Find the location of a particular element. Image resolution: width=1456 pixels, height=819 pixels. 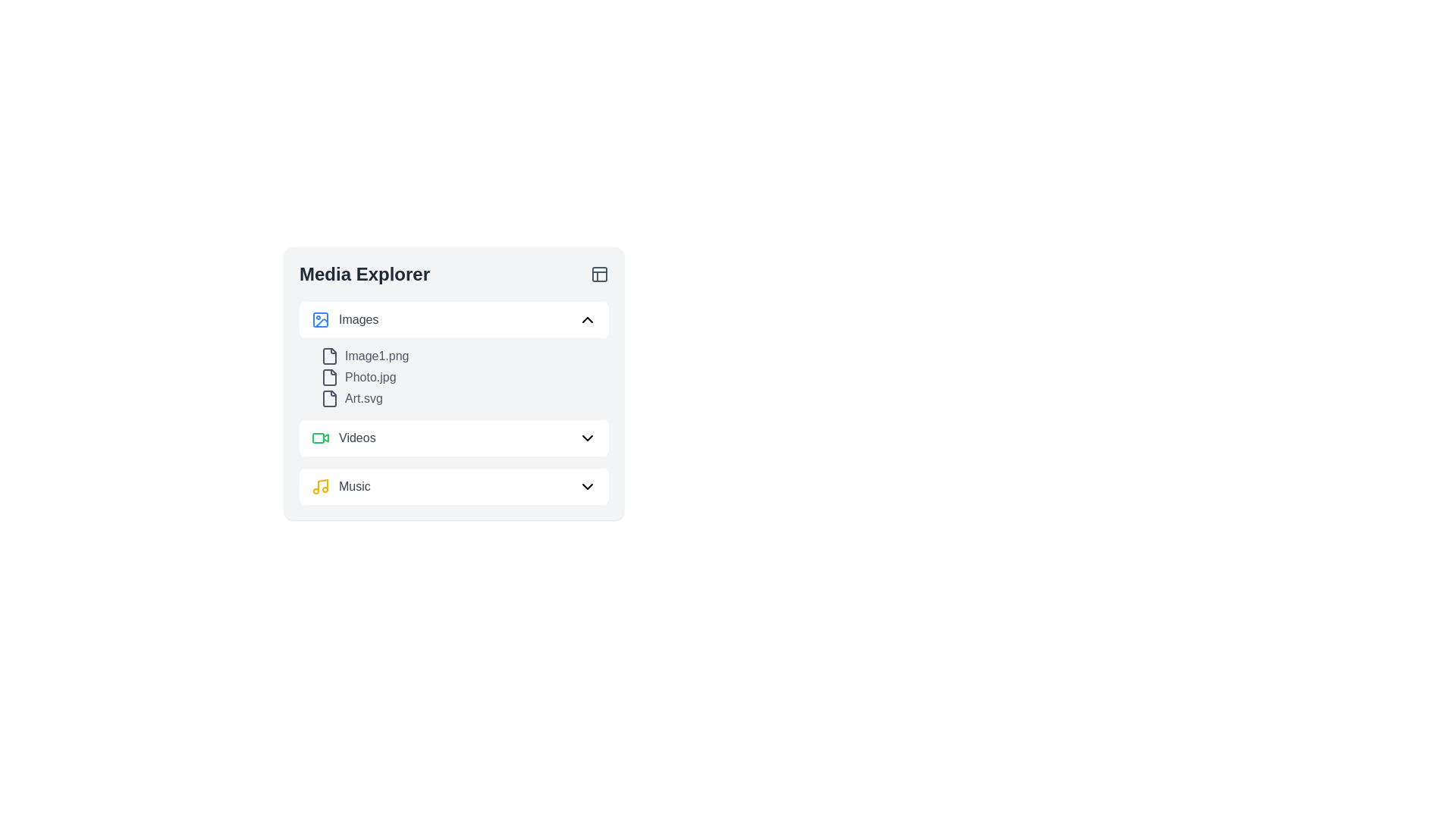

to select the file list item representing 'Image1.png' located in the 'Media Explorer' section under the 'Images' category is located at coordinates (464, 356).